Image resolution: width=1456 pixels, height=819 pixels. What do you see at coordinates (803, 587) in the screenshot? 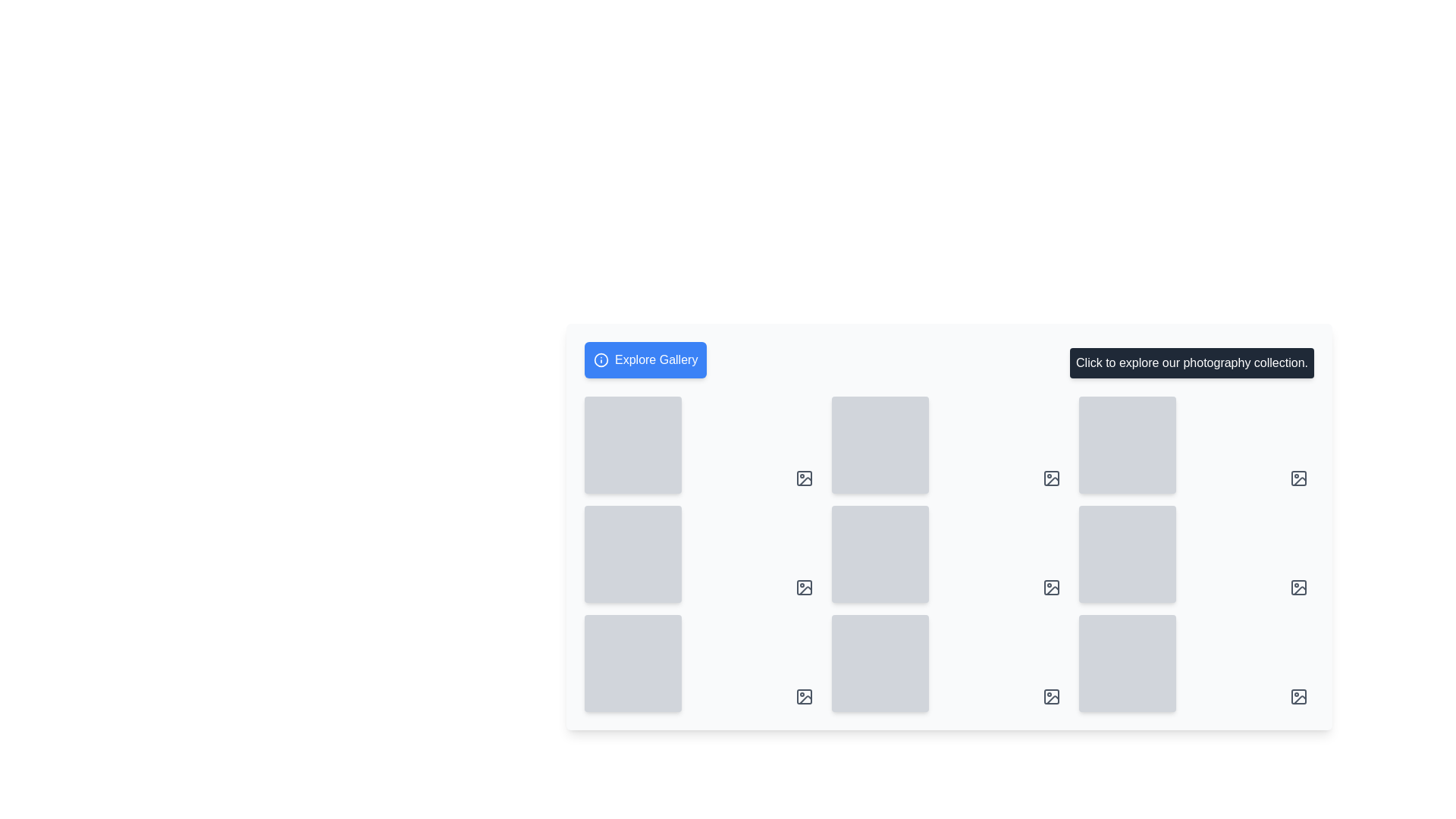
I see `the icon component that symbolizes a missing or unavailable image in the bottom-right portion of the grid layout` at bounding box center [803, 587].